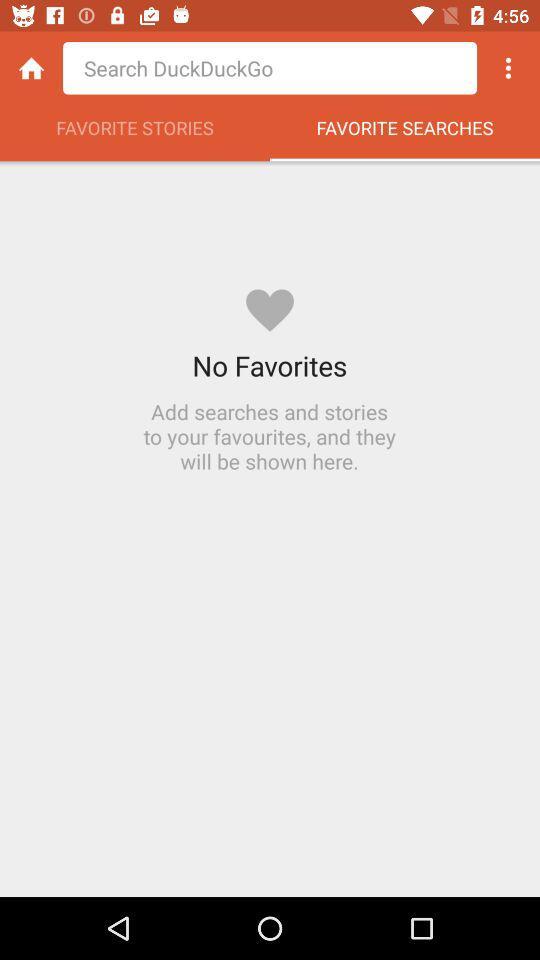 Image resolution: width=540 pixels, height=960 pixels. I want to click on the option point search something, so click(270, 68).